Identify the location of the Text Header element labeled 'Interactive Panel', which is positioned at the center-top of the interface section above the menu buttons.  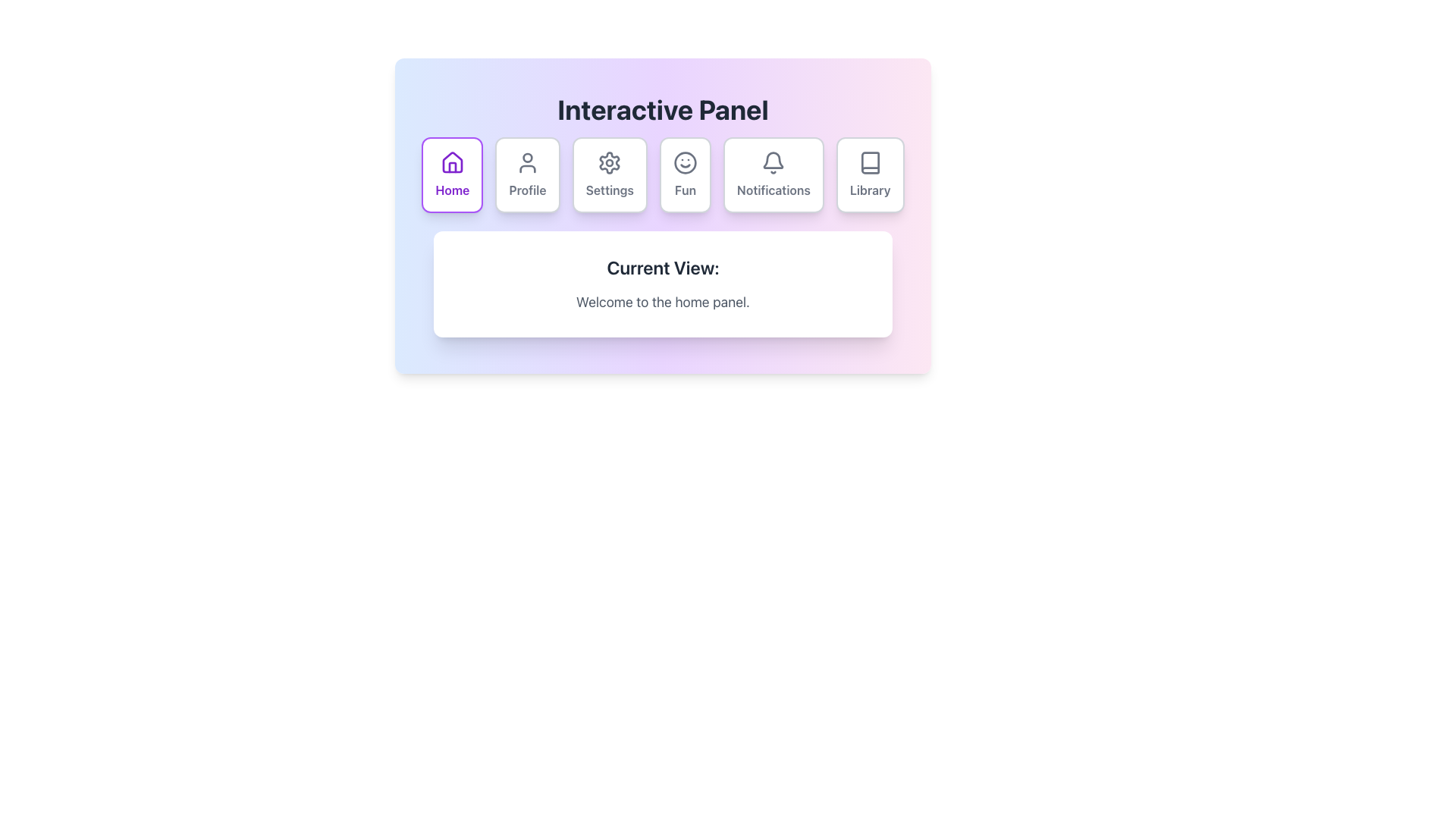
(663, 109).